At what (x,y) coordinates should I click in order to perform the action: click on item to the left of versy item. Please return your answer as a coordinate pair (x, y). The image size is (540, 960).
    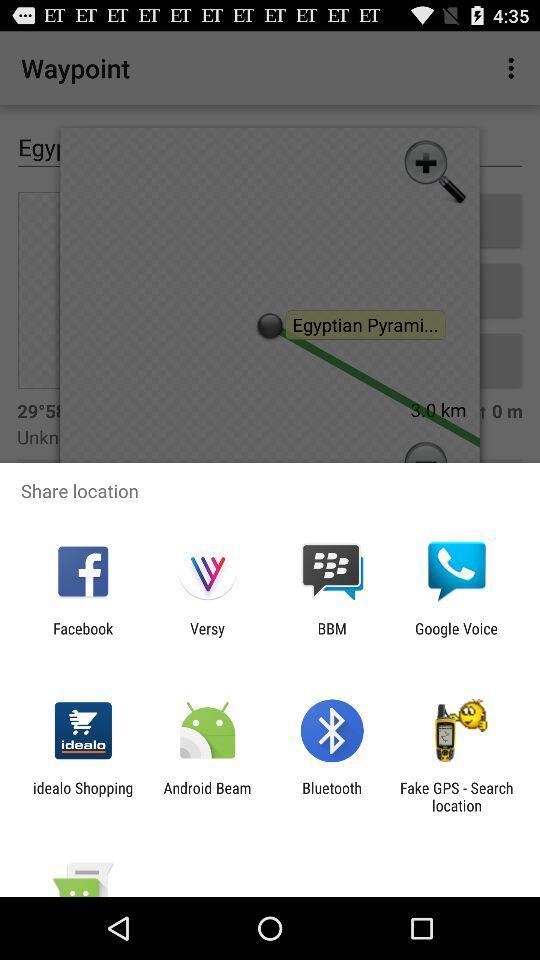
    Looking at the image, I should click on (82, 636).